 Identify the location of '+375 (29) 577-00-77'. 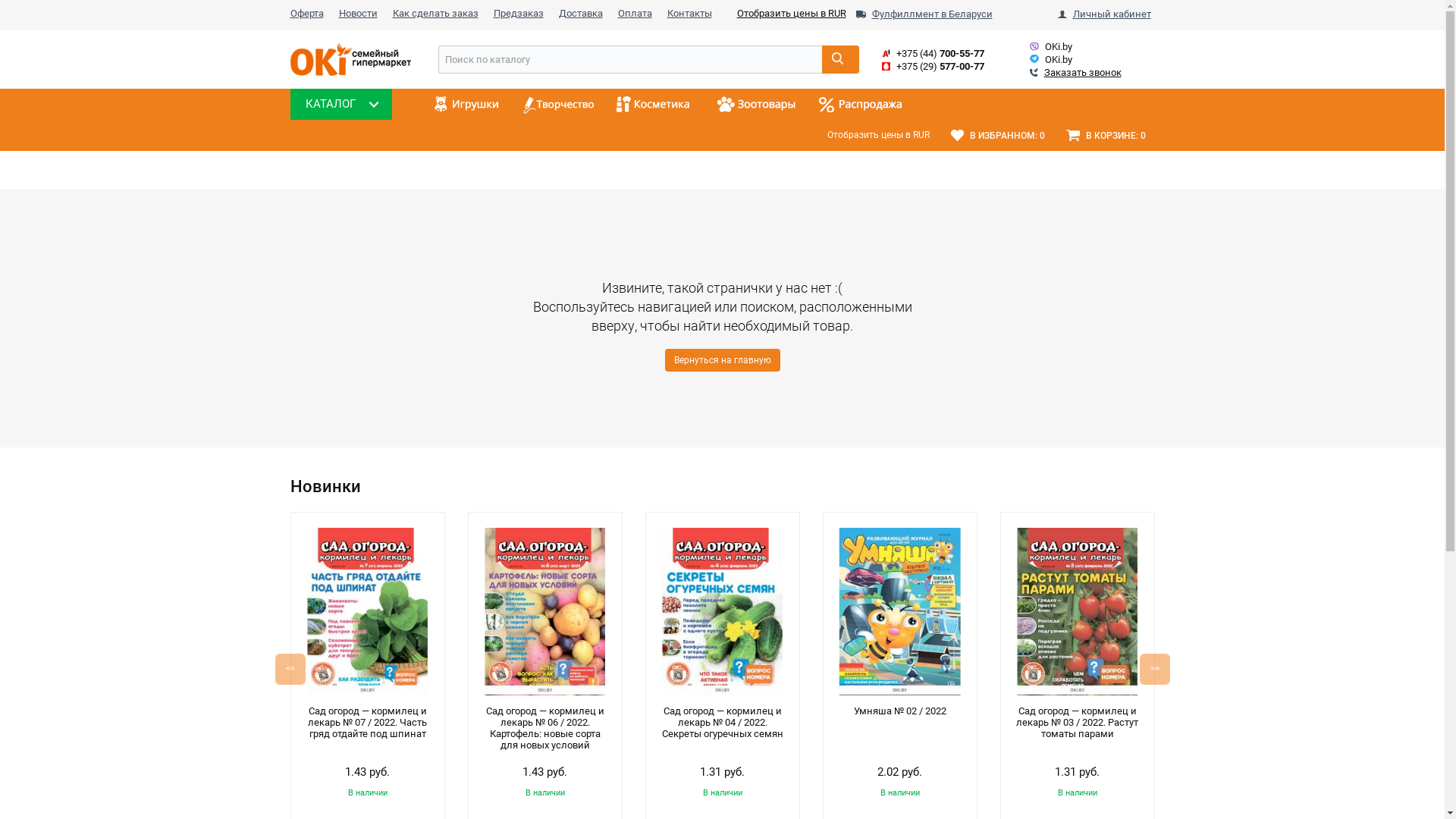
(896, 65).